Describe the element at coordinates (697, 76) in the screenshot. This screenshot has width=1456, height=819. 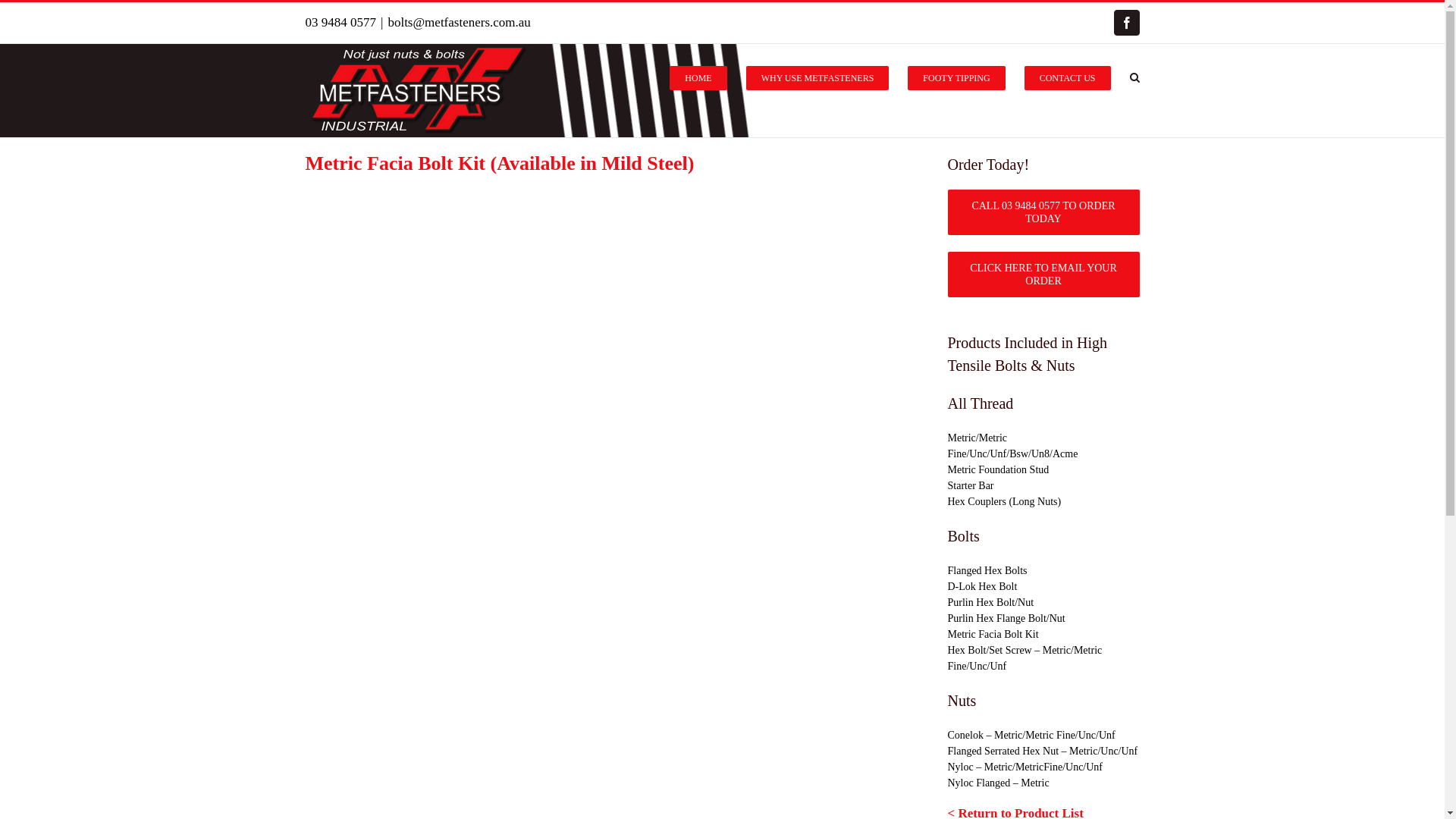
I see `'HOME'` at that location.